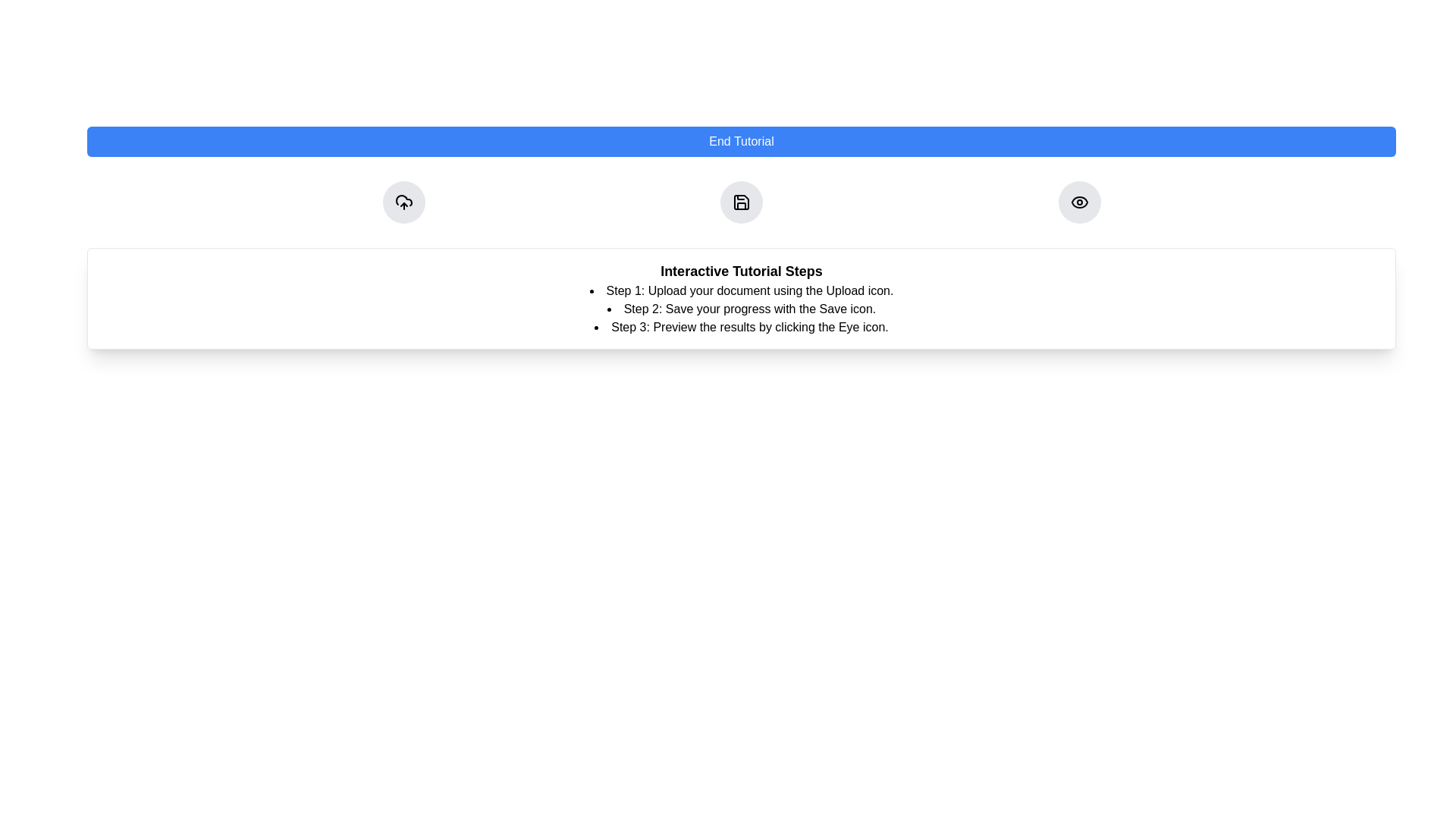  I want to click on each icon within the Icon Group located below the 'End Tutorial' button and above 'Interactive Tutorial Steps', so click(742, 201).